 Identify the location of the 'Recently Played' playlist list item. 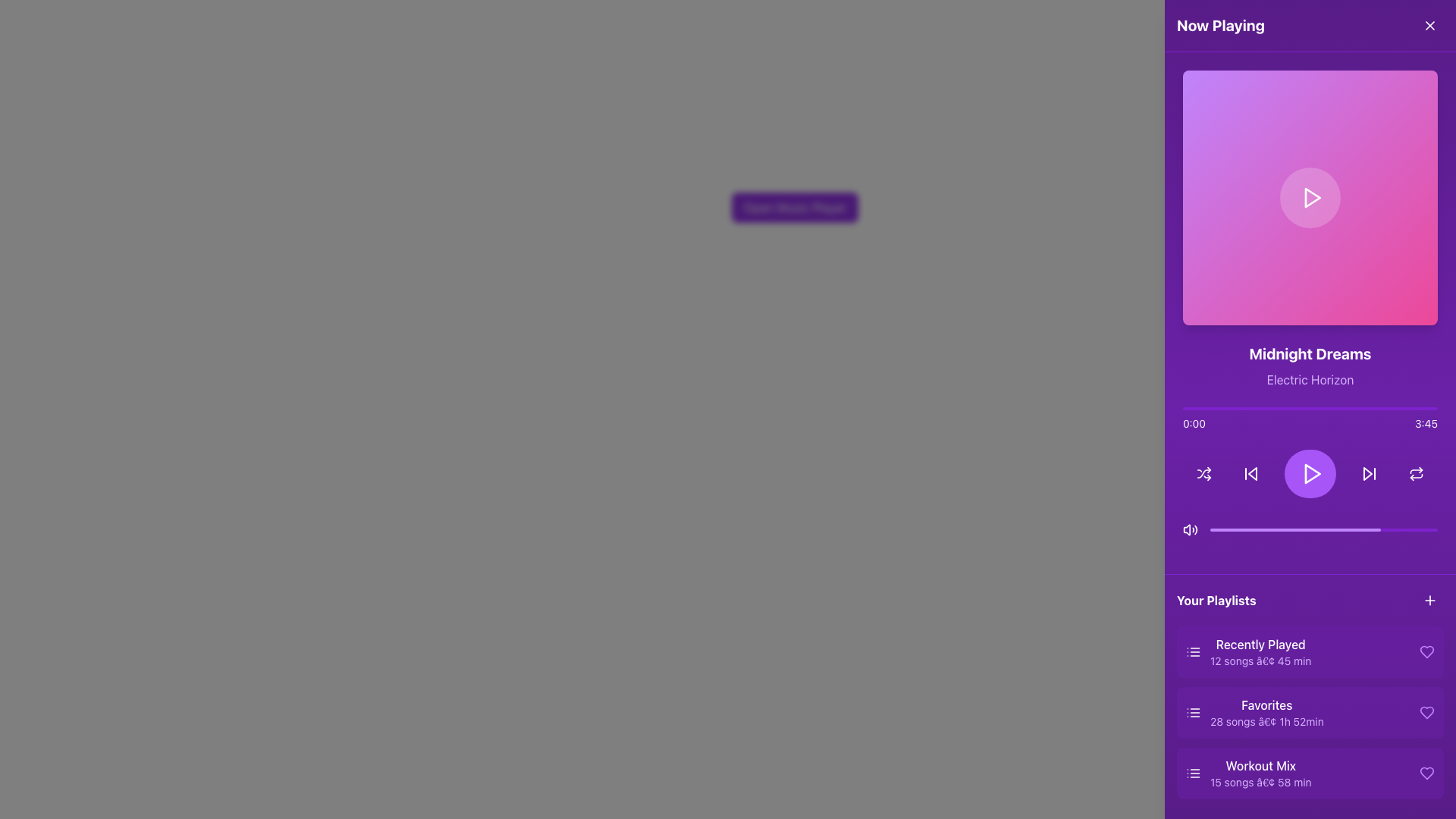
(1248, 651).